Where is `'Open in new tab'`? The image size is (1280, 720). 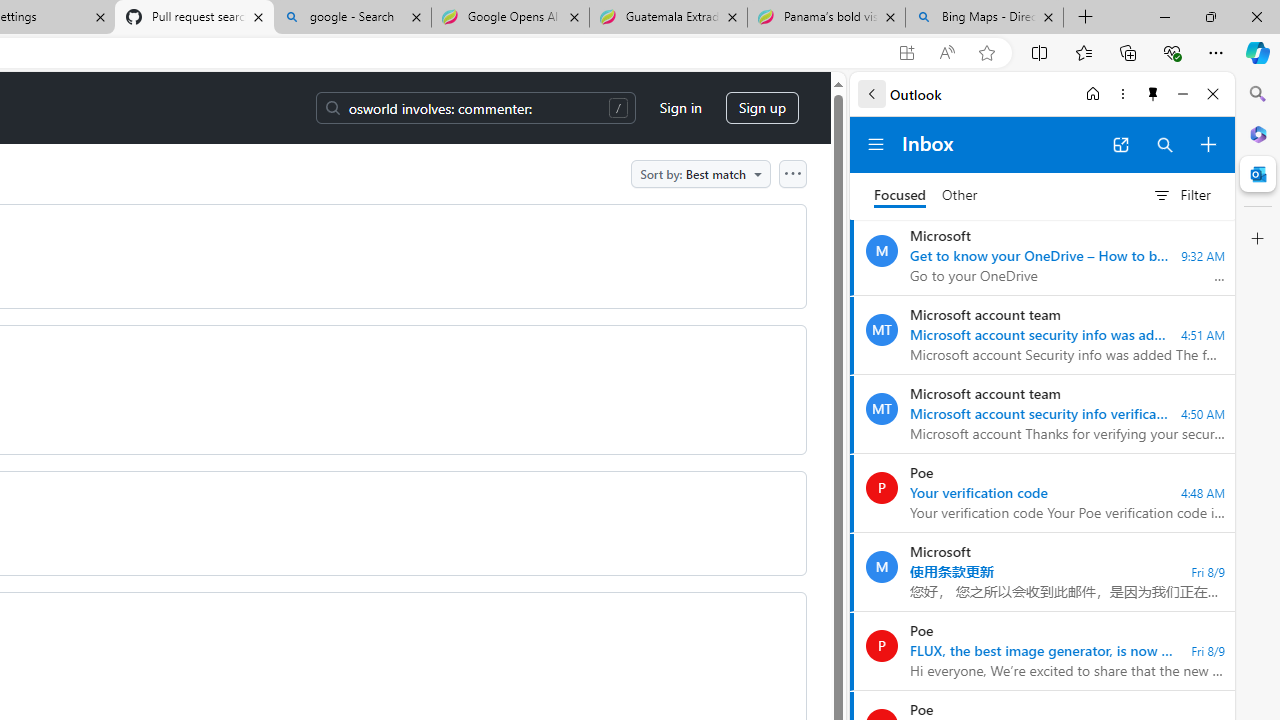
'Open in new tab' is located at coordinates (1120, 144).